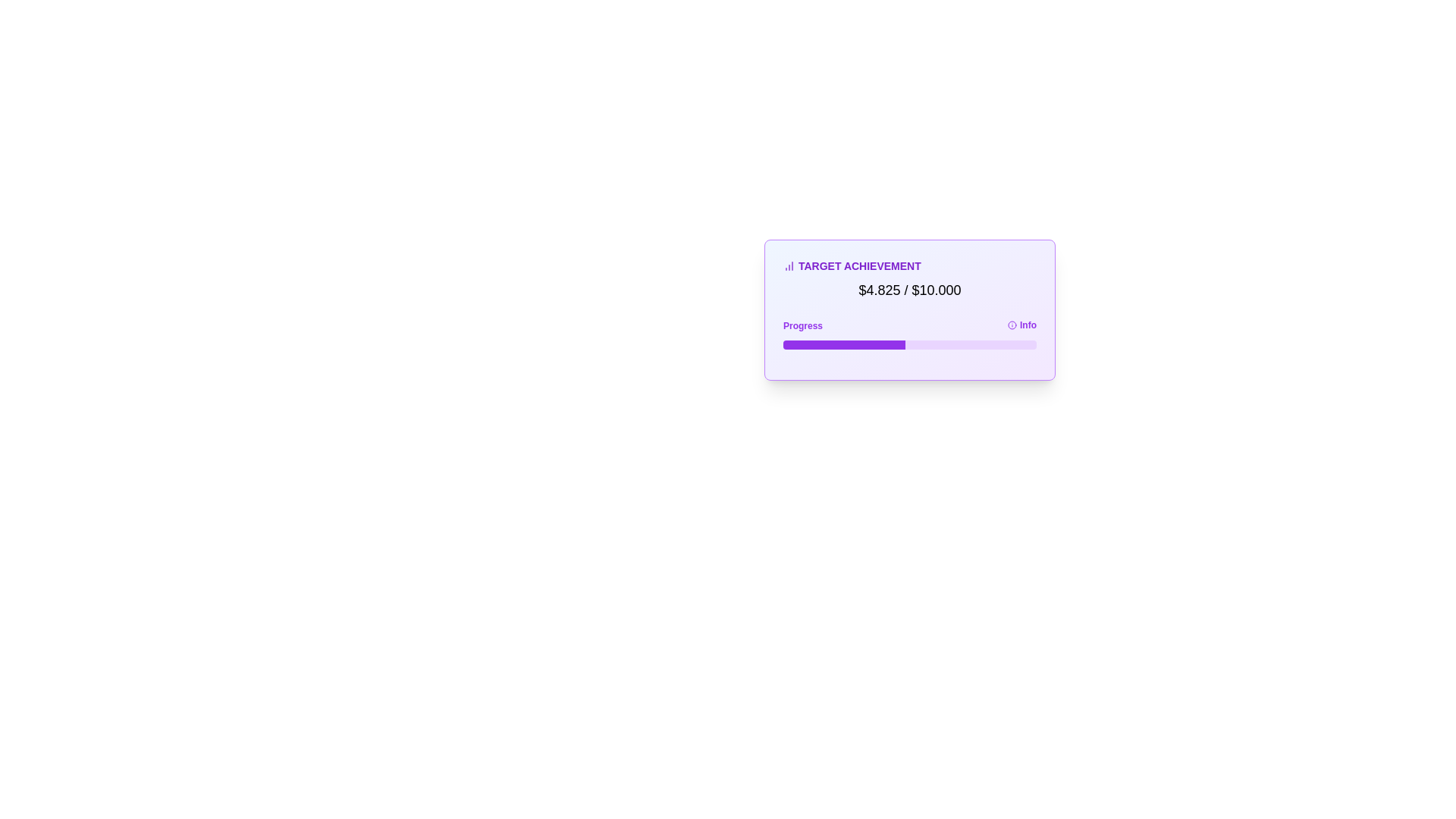 The height and width of the screenshot is (819, 1456). What do you see at coordinates (1012, 324) in the screenshot?
I see `the small outlined circular icon indicating information located at the bottom-right corner of the 'Target Achievement' panel` at bounding box center [1012, 324].